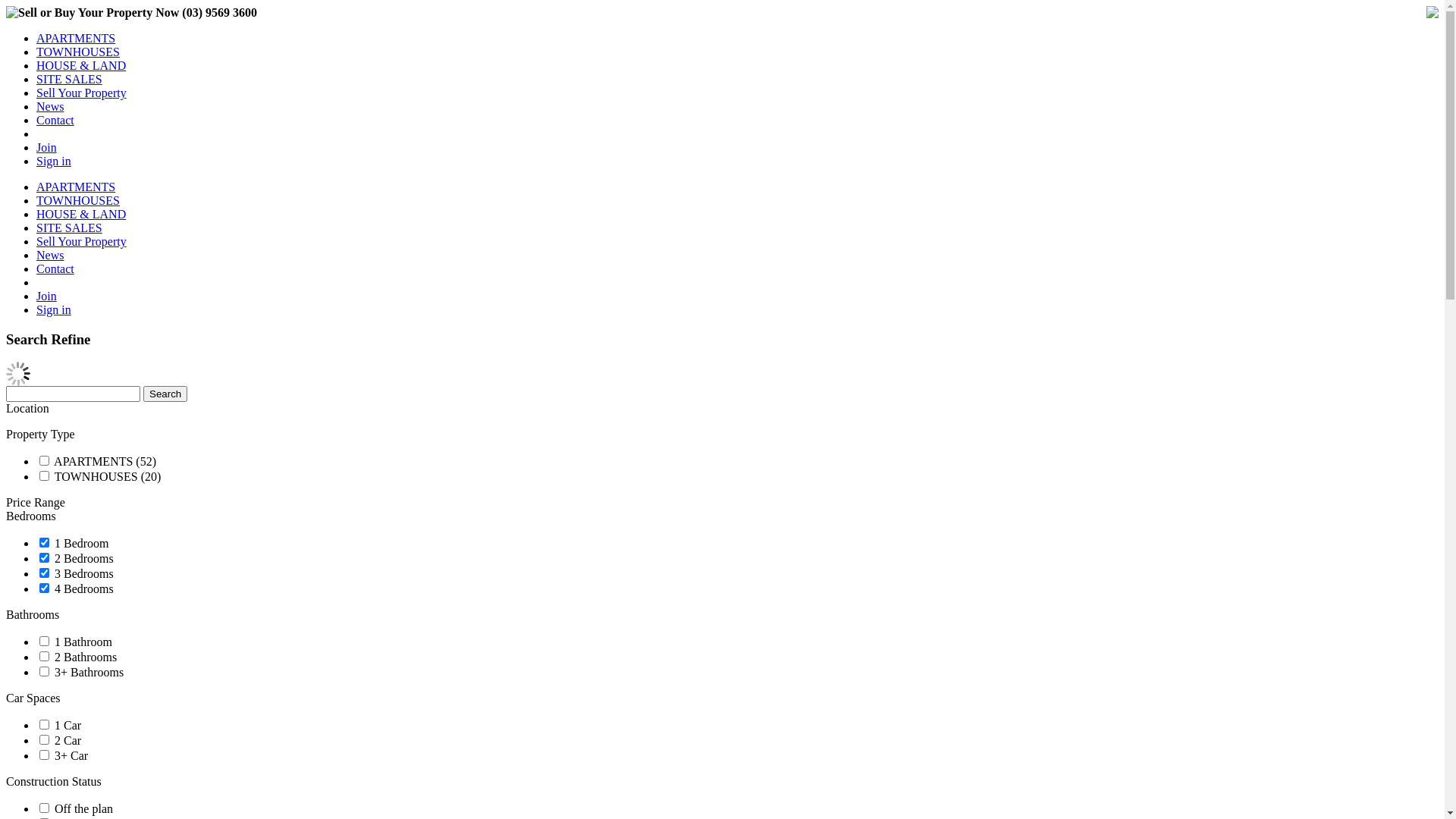  I want to click on 'News', so click(36, 105).